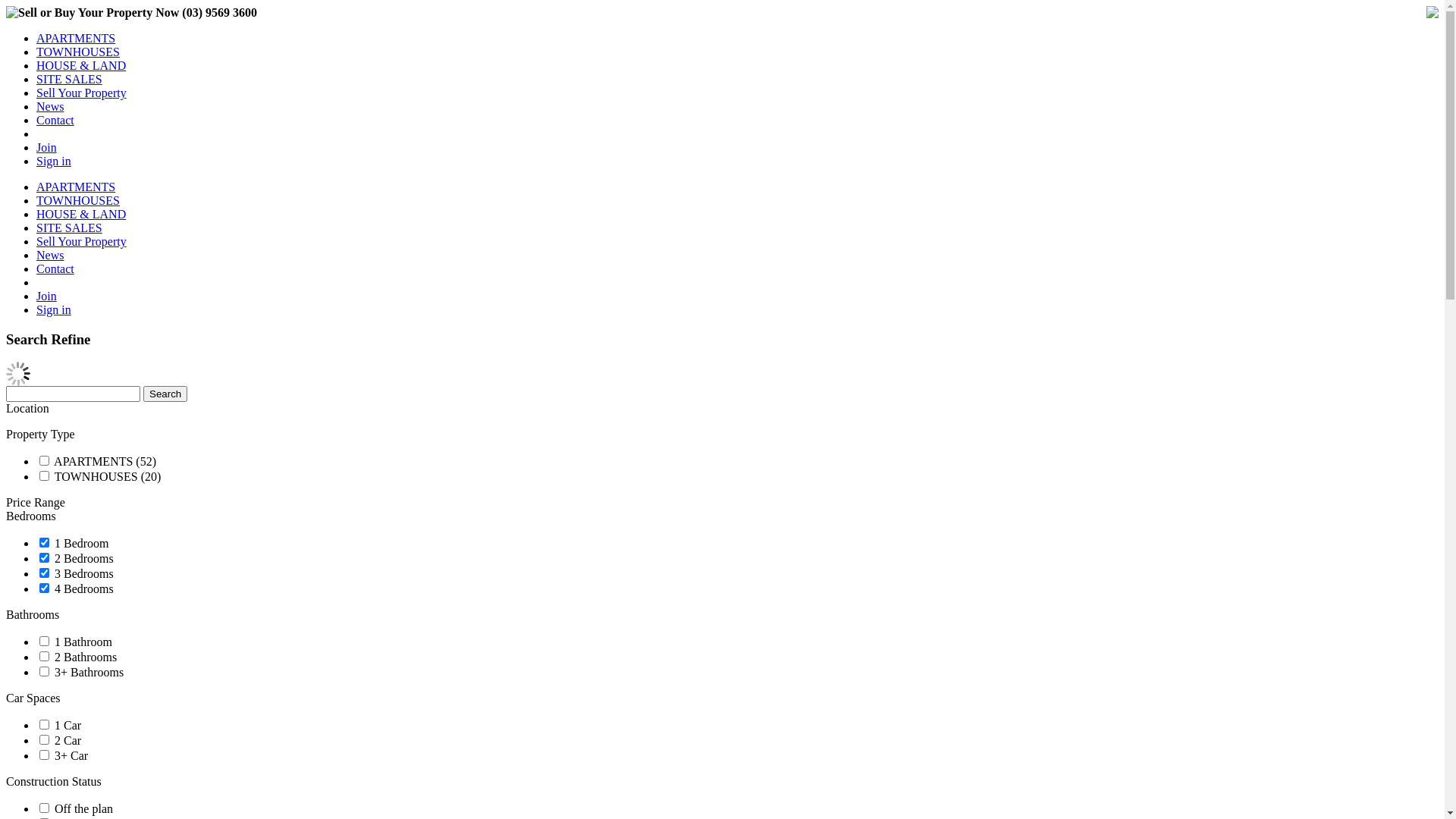  I want to click on 'News', so click(36, 105).